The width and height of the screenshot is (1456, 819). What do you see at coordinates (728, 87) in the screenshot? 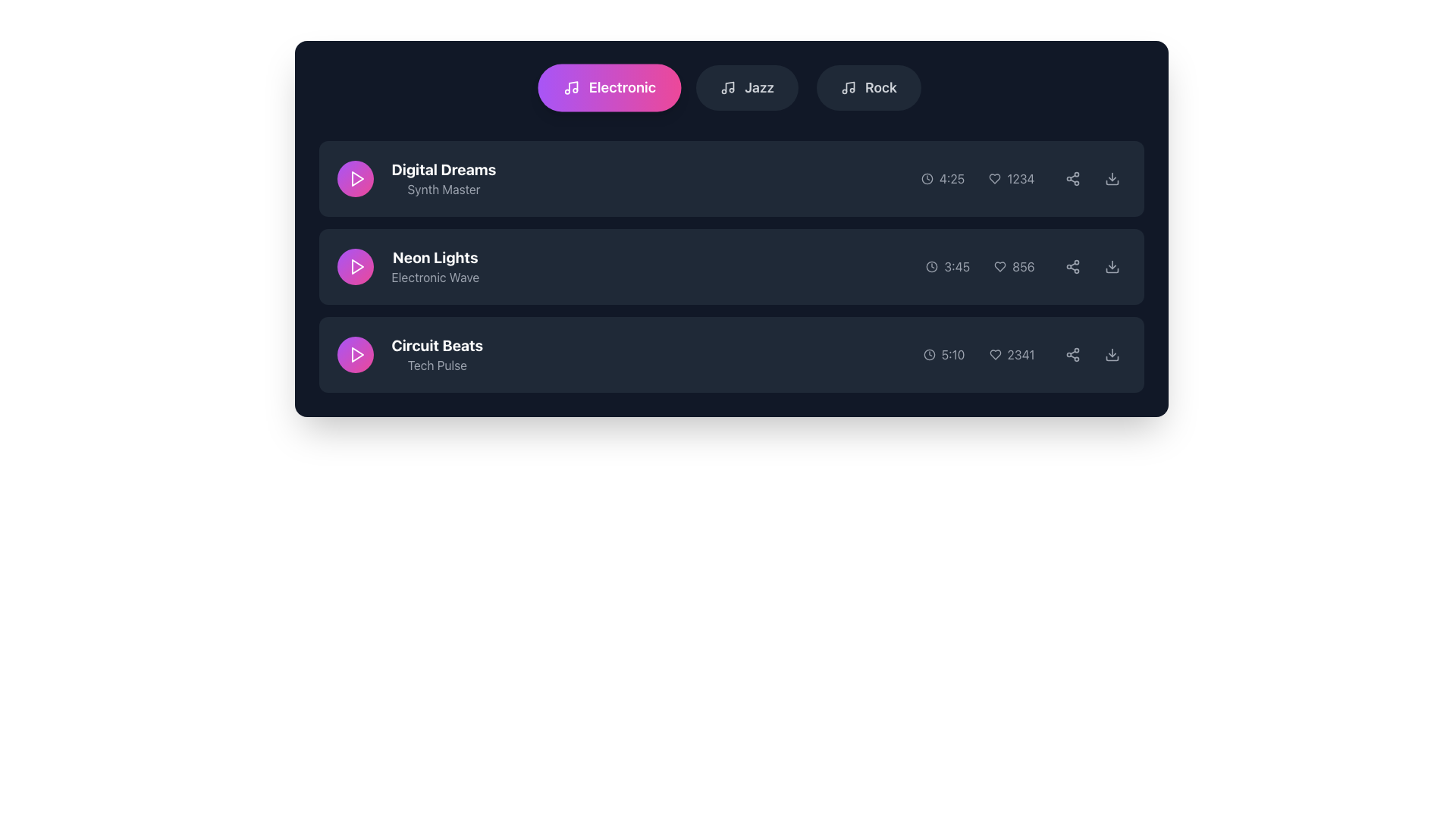
I see `the 'Jazz' category icon, which is represented by a music note and is located in the middle of the top navigation bar, to the left of the text 'Jazz'` at bounding box center [728, 87].